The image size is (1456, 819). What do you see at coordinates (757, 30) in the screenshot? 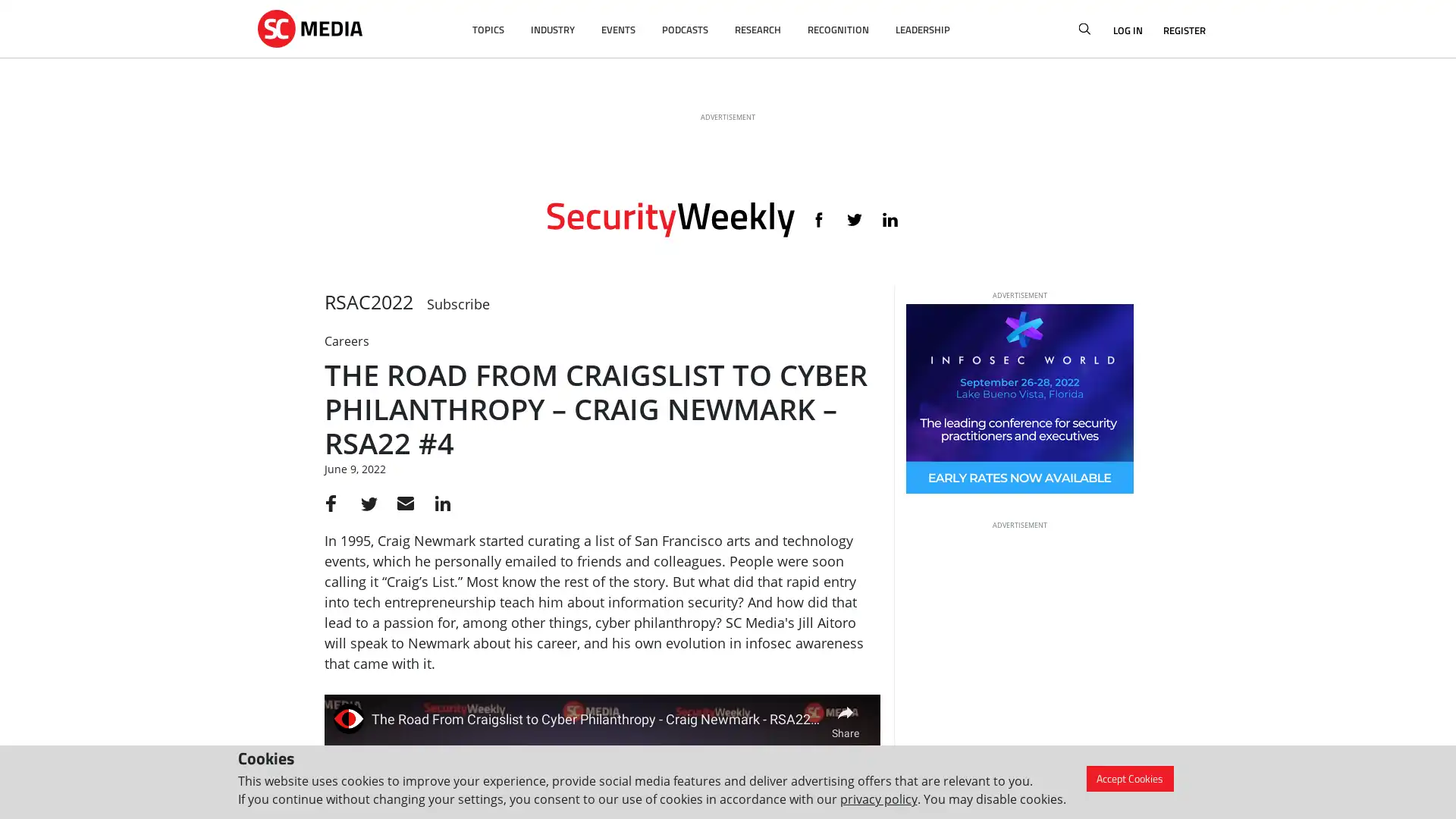
I see `RESEARCH` at bounding box center [757, 30].